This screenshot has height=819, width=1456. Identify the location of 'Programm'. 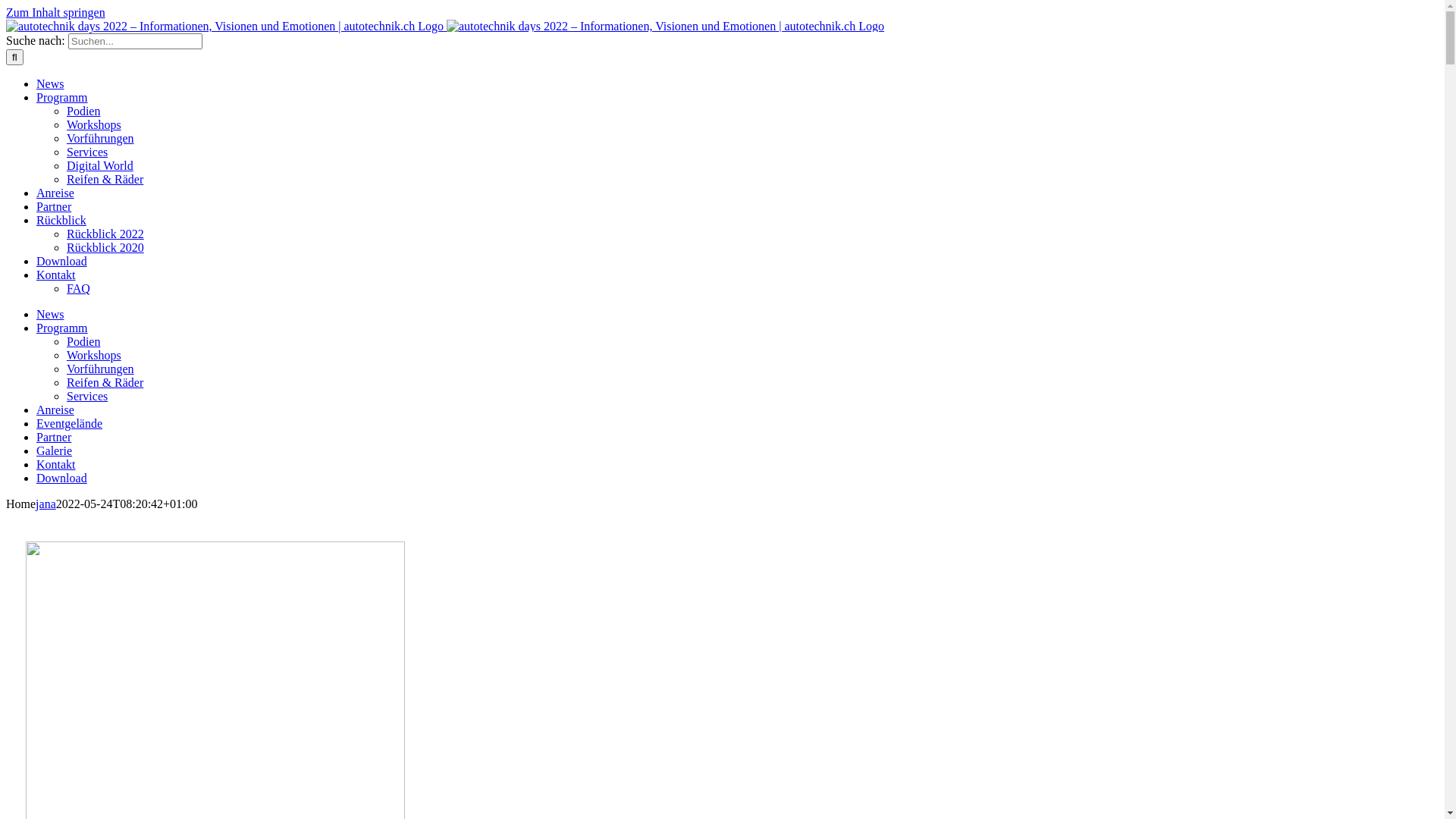
(61, 327).